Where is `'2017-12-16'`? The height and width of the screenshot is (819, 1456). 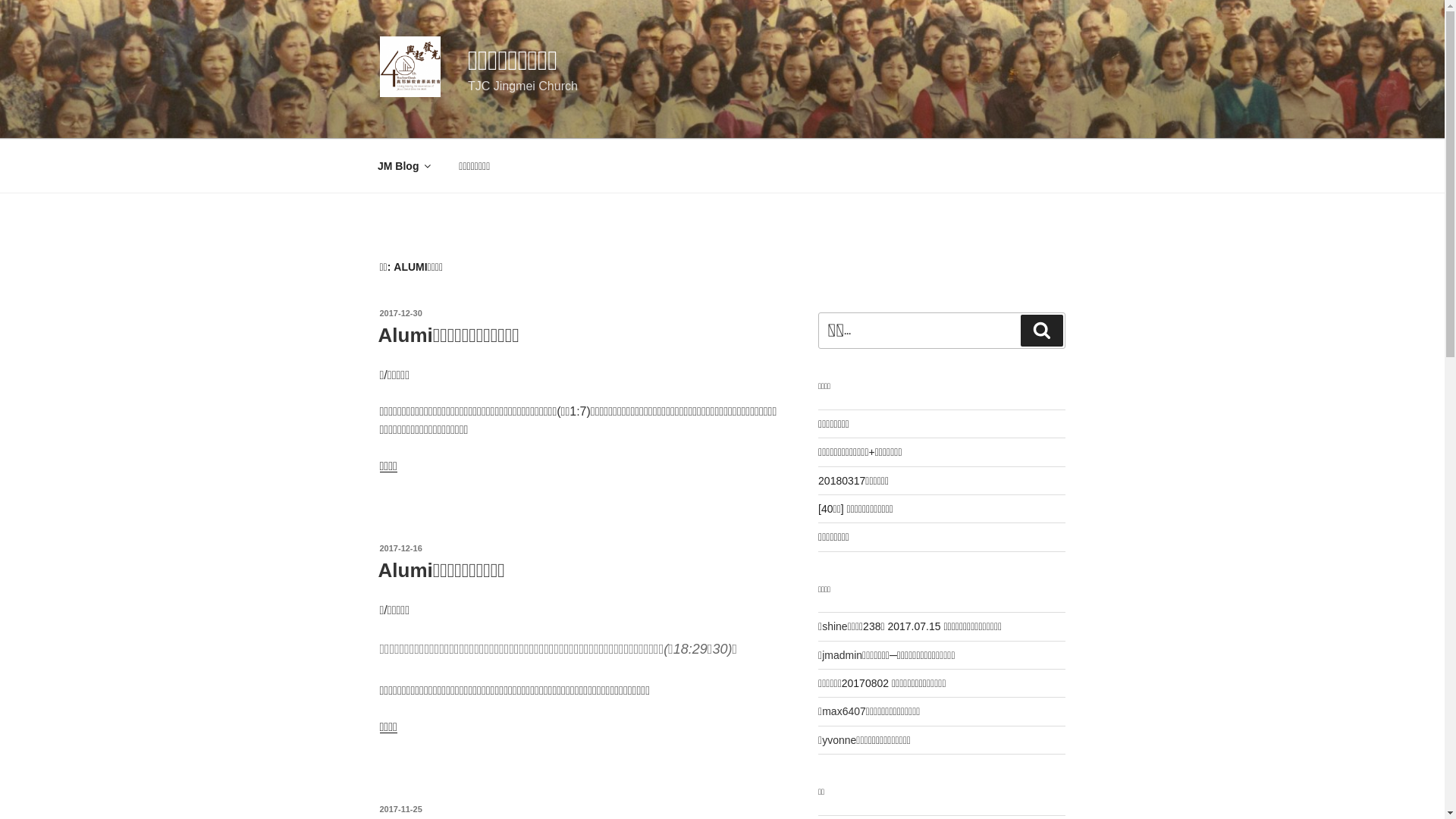
'2017-12-16' is located at coordinates (378, 548).